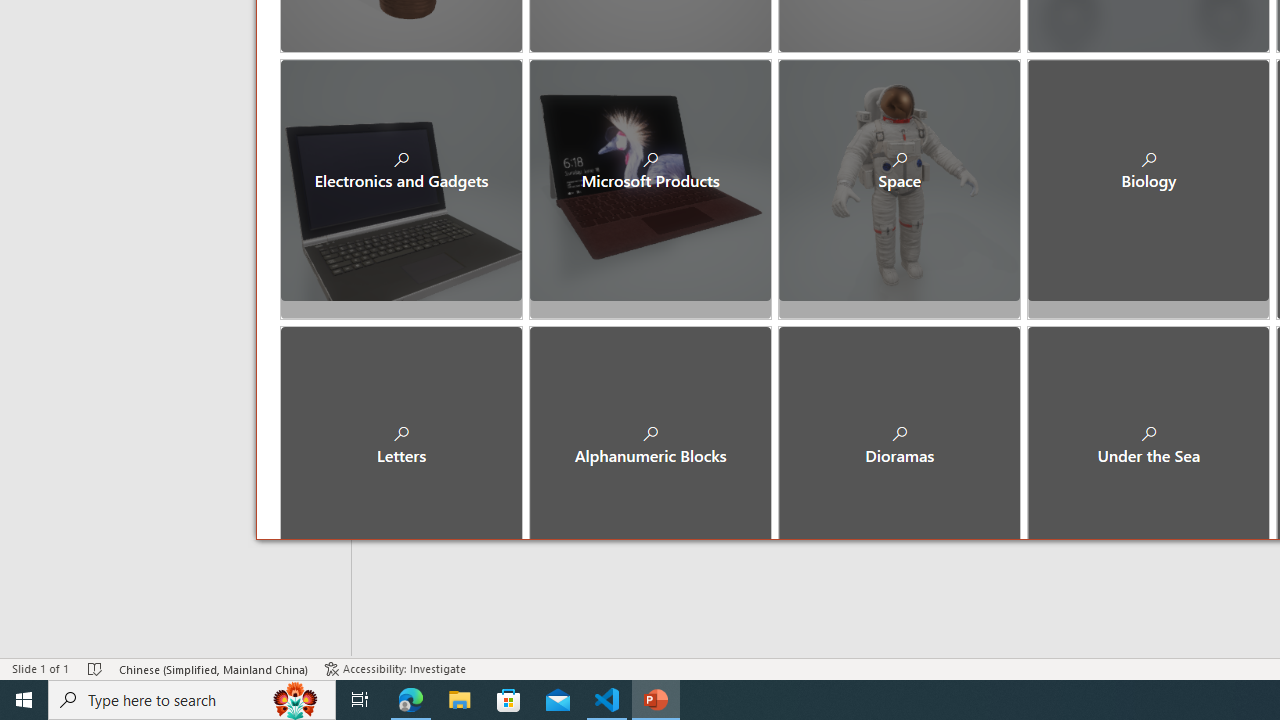 This screenshot has width=1280, height=720. I want to click on 'Microsoft Products', so click(650, 180).